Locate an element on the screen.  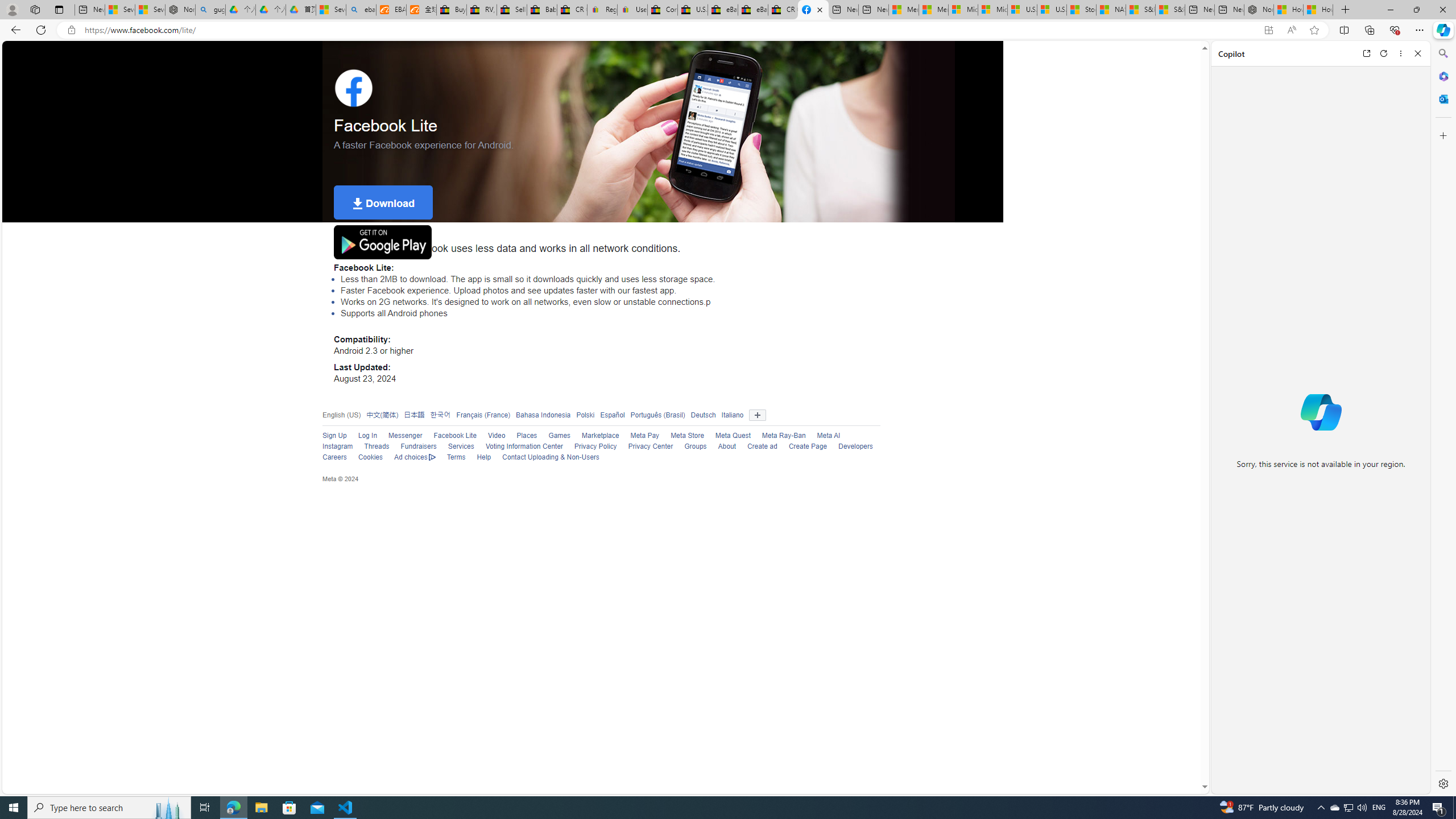
'Workspaces' is located at coordinates (35, 9).